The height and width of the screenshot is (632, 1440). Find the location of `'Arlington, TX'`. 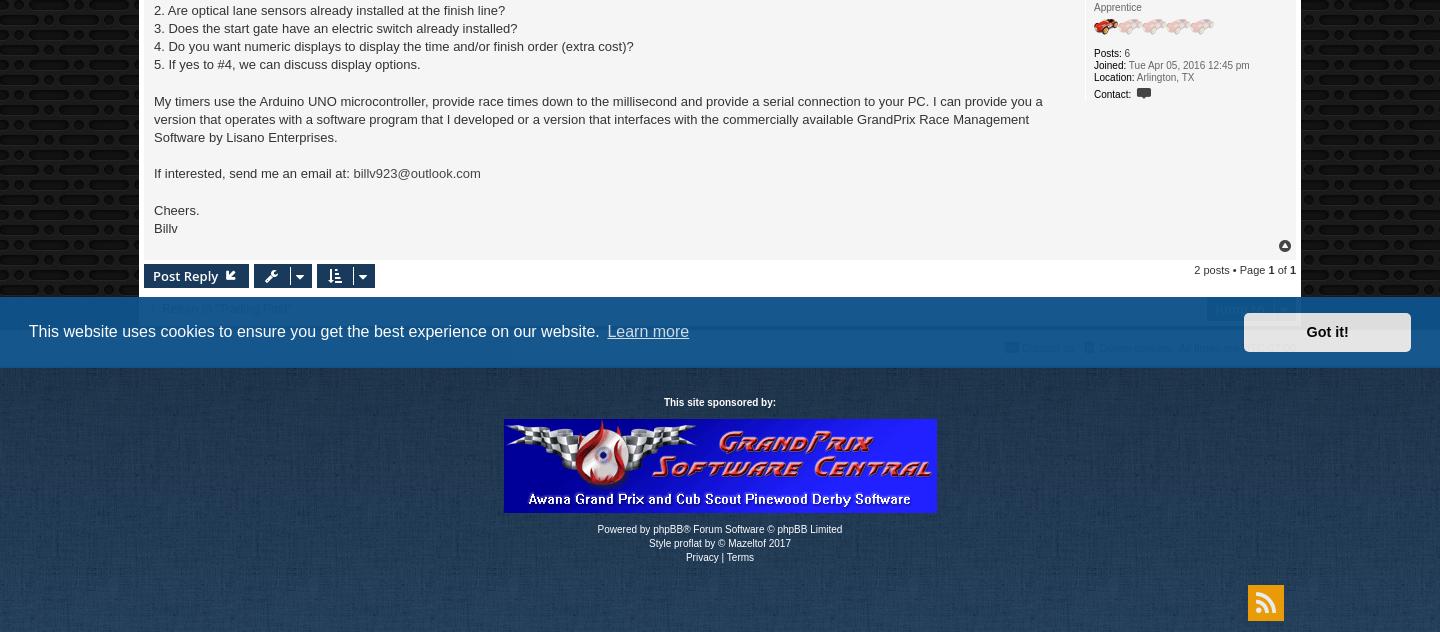

'Arlington, TX' is located at coordinates (1163, 76).